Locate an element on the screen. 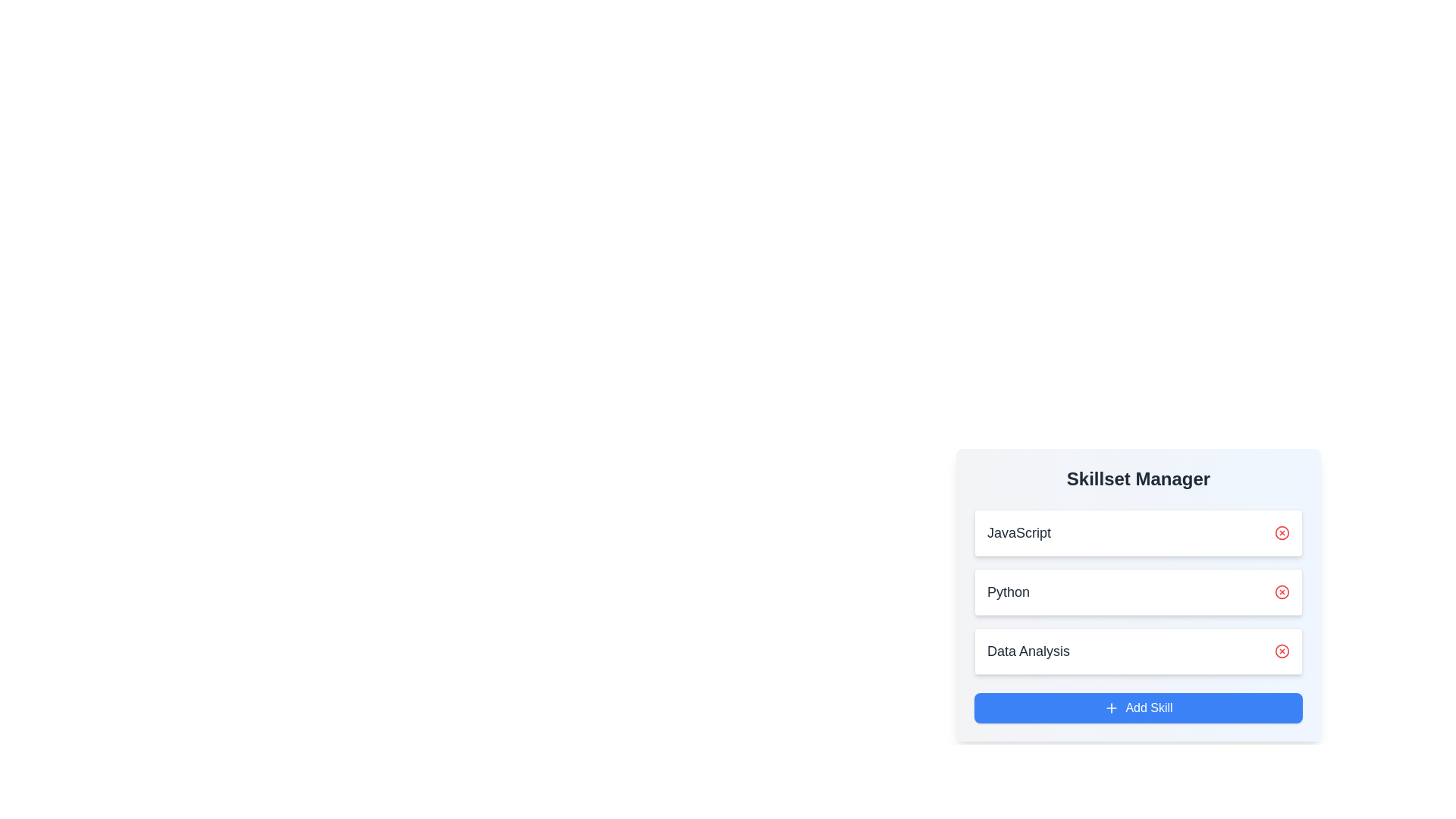 This screenshot has height=819, width=1456. the 'Add Skill' button to add a new skill is located at coordinates (1138, 708).